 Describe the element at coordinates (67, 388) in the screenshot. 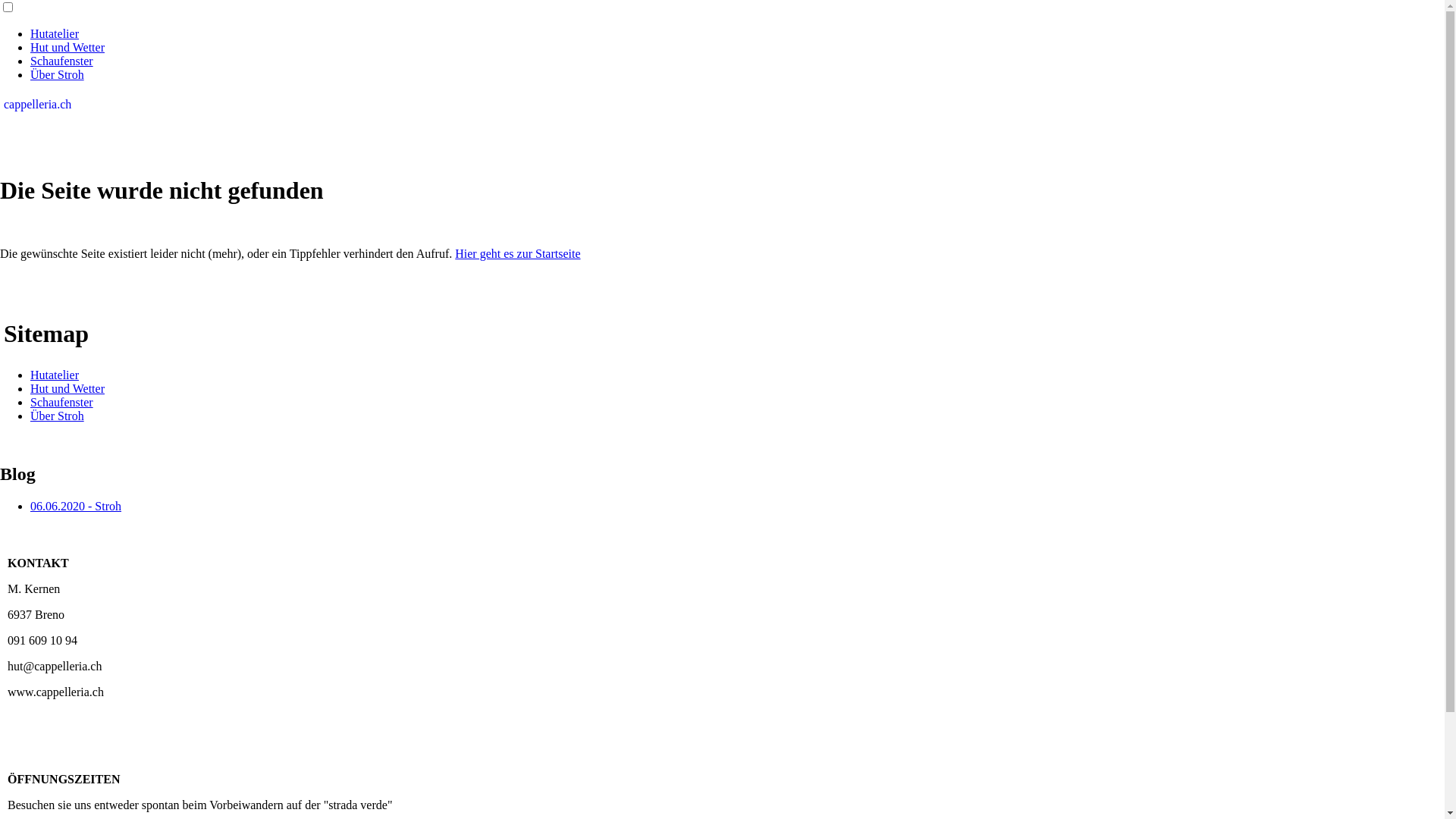

I see `'Hut und Wetter'` at that location.